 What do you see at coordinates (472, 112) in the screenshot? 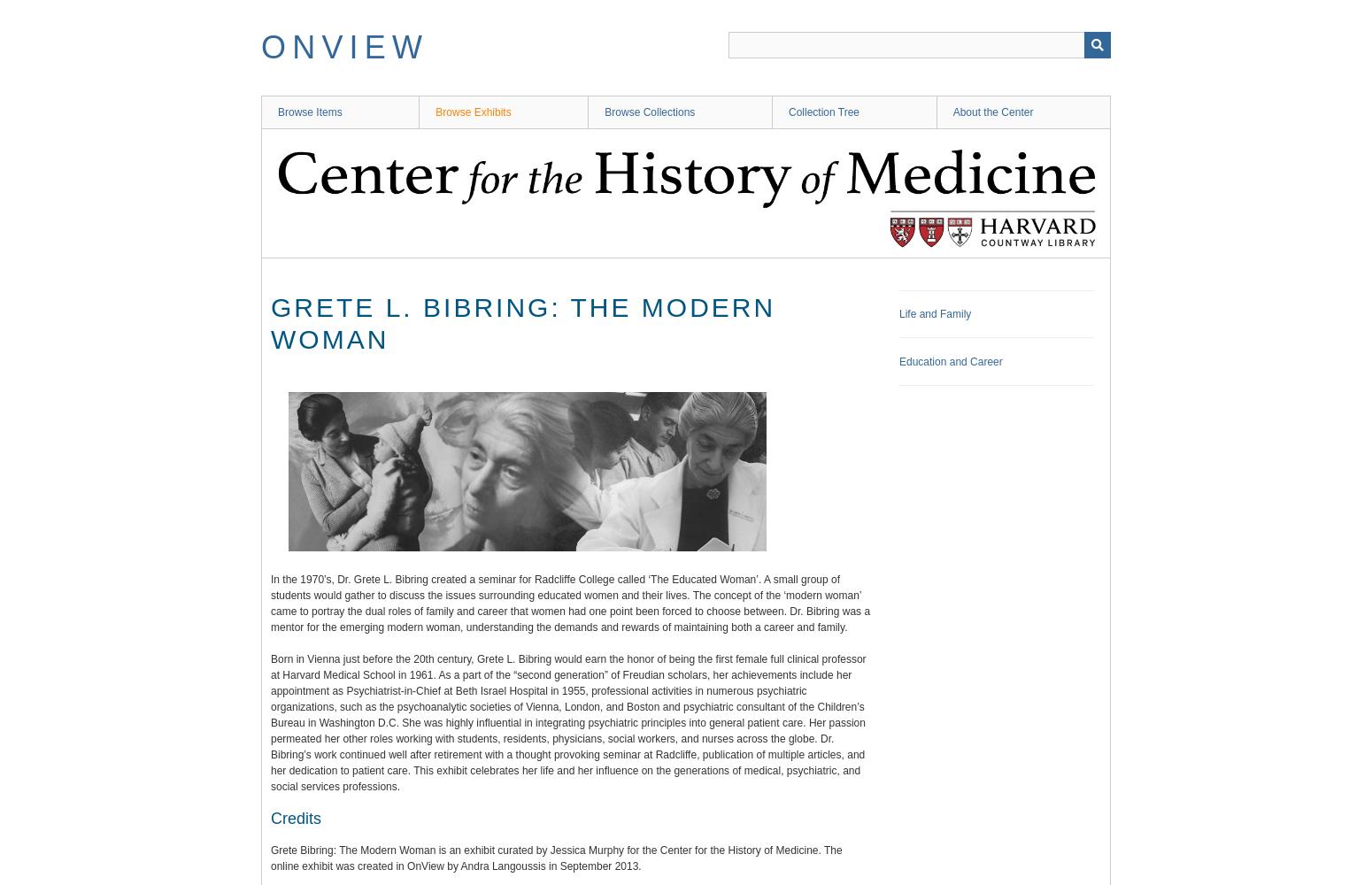
I see `'Browse Exhibits'` at bounding box center [472, 112].